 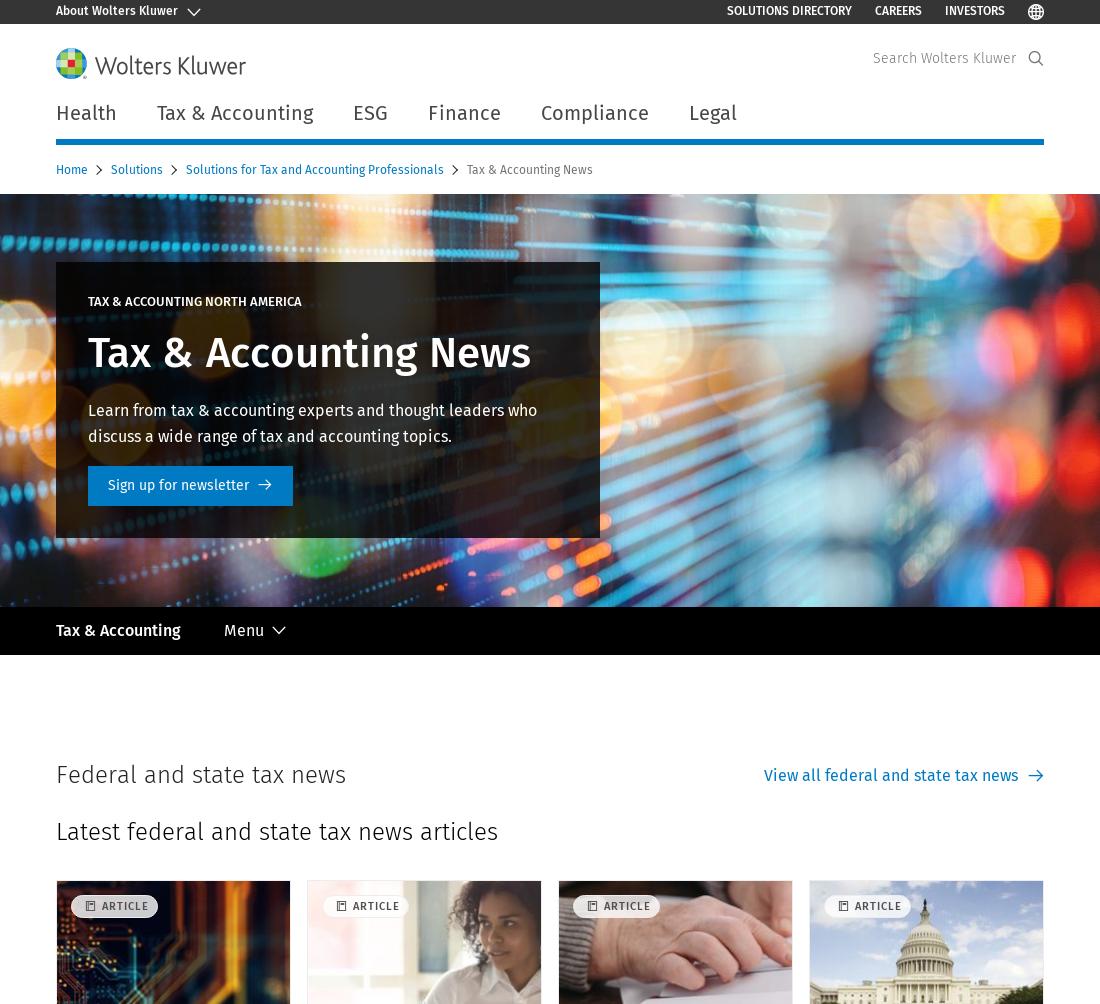 What do you see at coordinates (871, 58) in the screenshot?
I see `'Search Wolters Kluwer'` at bounding box center [871, 58].